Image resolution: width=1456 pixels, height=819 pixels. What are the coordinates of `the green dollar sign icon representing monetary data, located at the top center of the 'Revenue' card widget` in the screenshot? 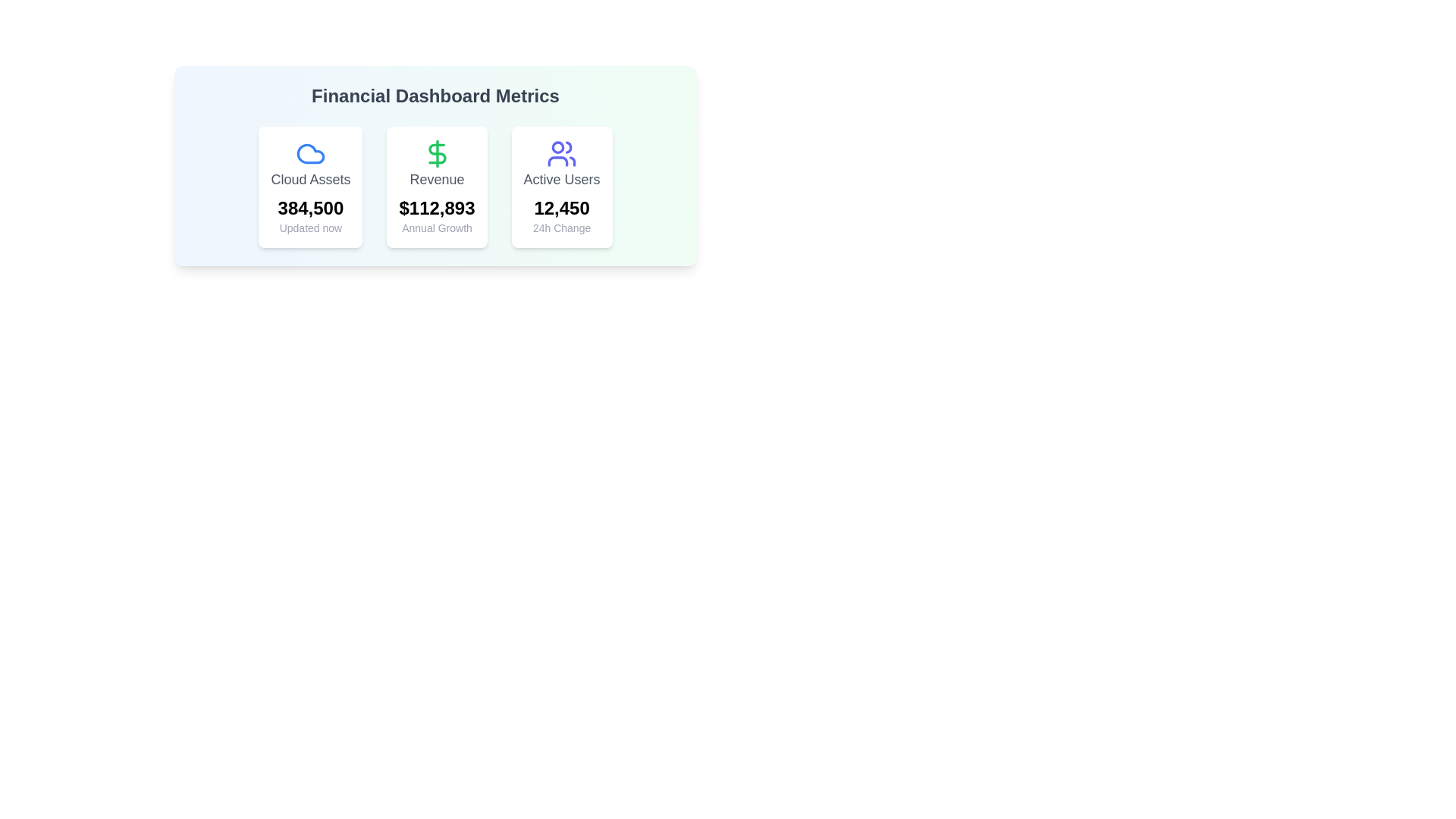 It's located at (436, 154).